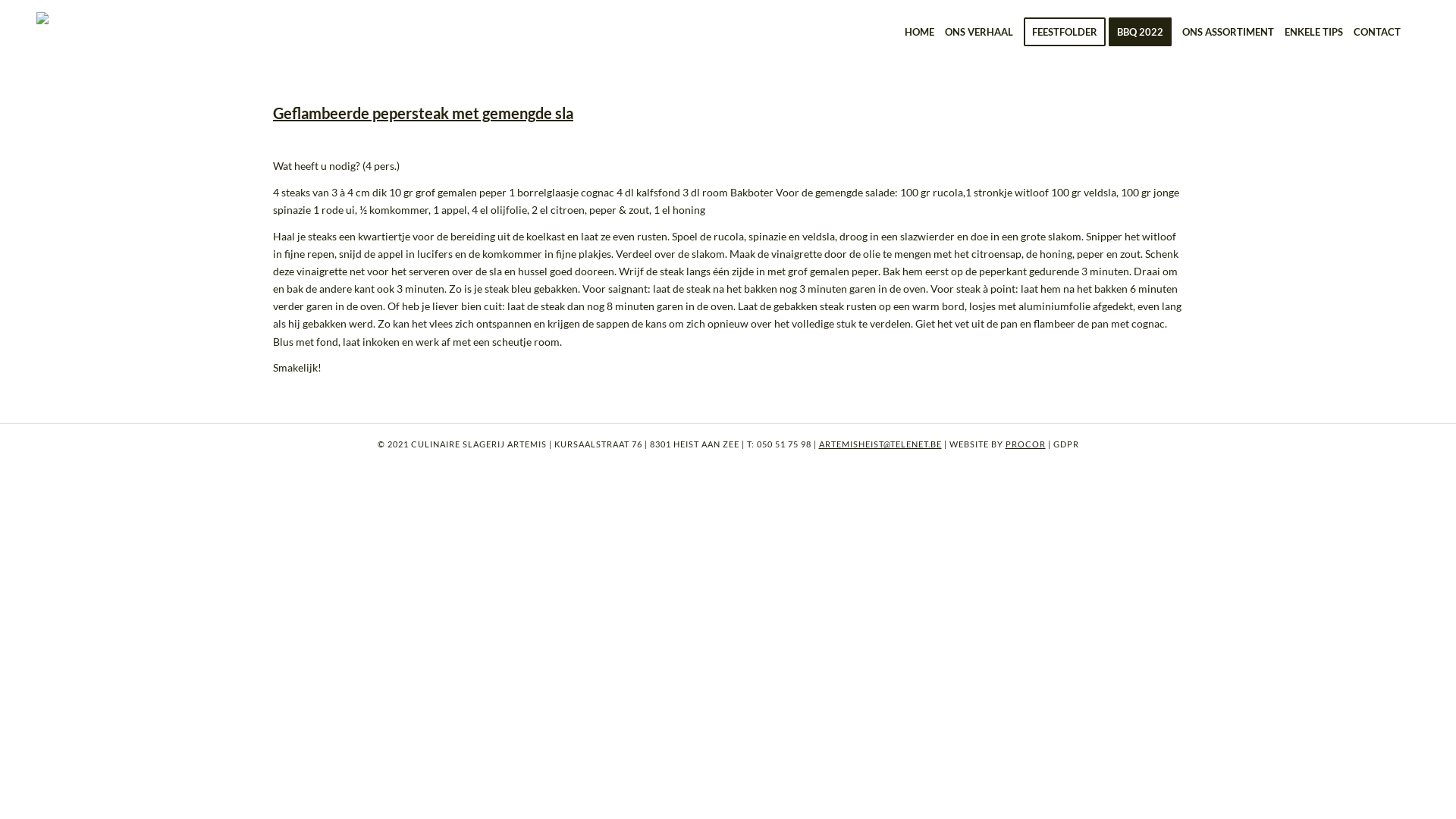 The width and height of the screenshot is (1456, 819). Describe the element at coordinates (1063, 32) in the screenshot. I see `'FEESTFOLDER'` at that location.